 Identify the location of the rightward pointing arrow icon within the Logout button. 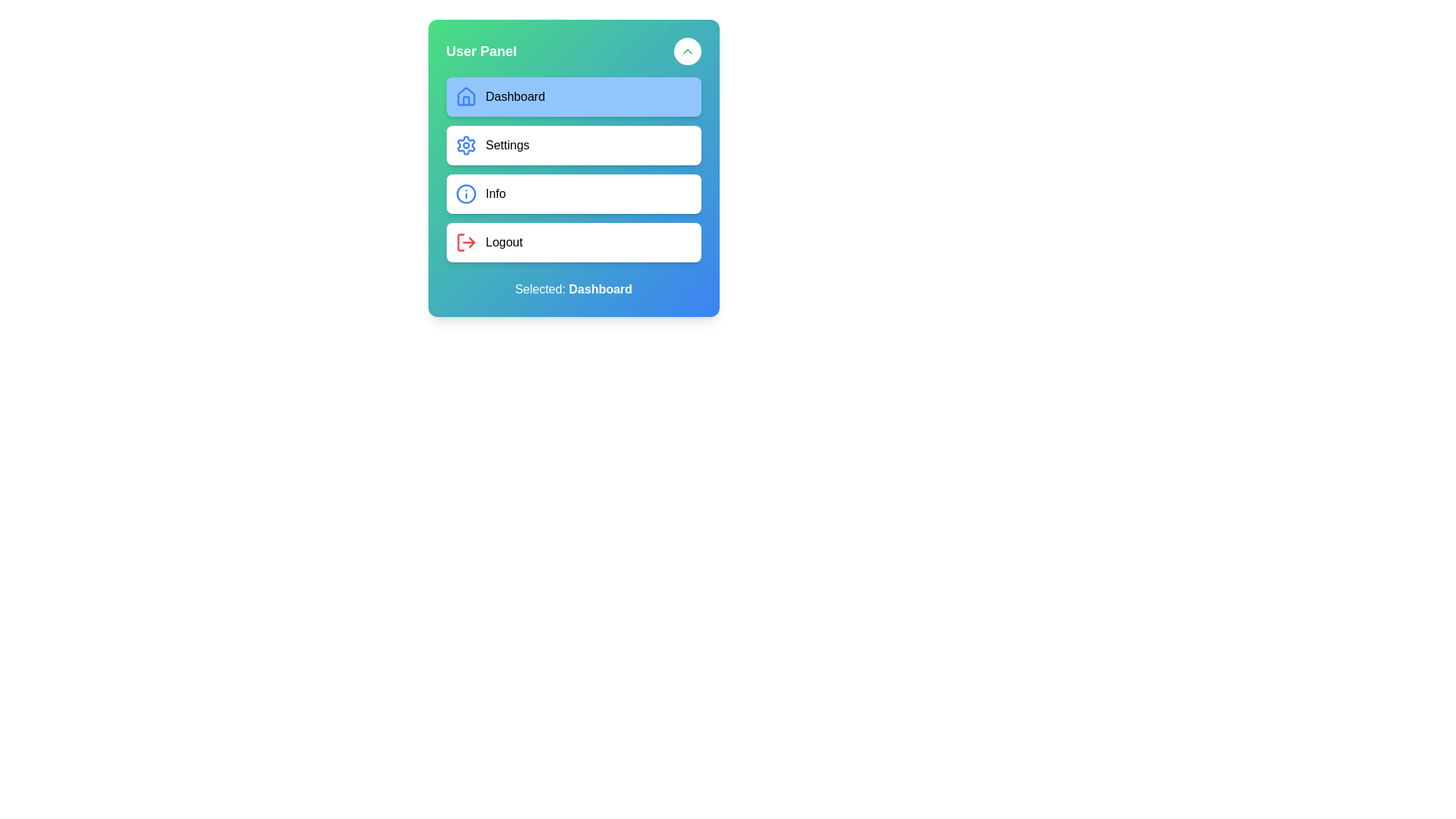
(471, 242).